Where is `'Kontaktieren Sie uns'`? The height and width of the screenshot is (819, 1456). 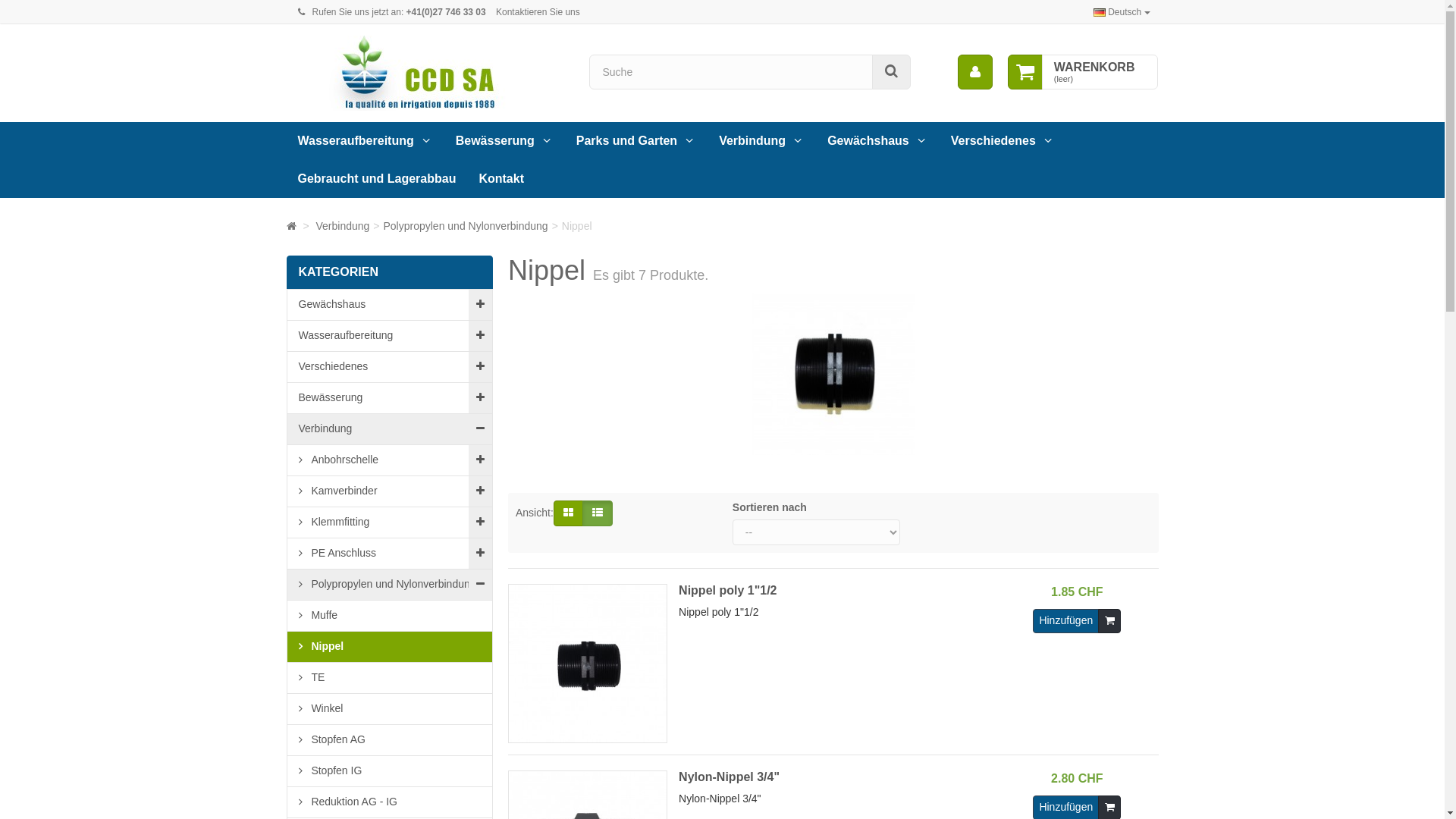 'Kontaktieren Sie uns' is located at coordinates (538, 11).